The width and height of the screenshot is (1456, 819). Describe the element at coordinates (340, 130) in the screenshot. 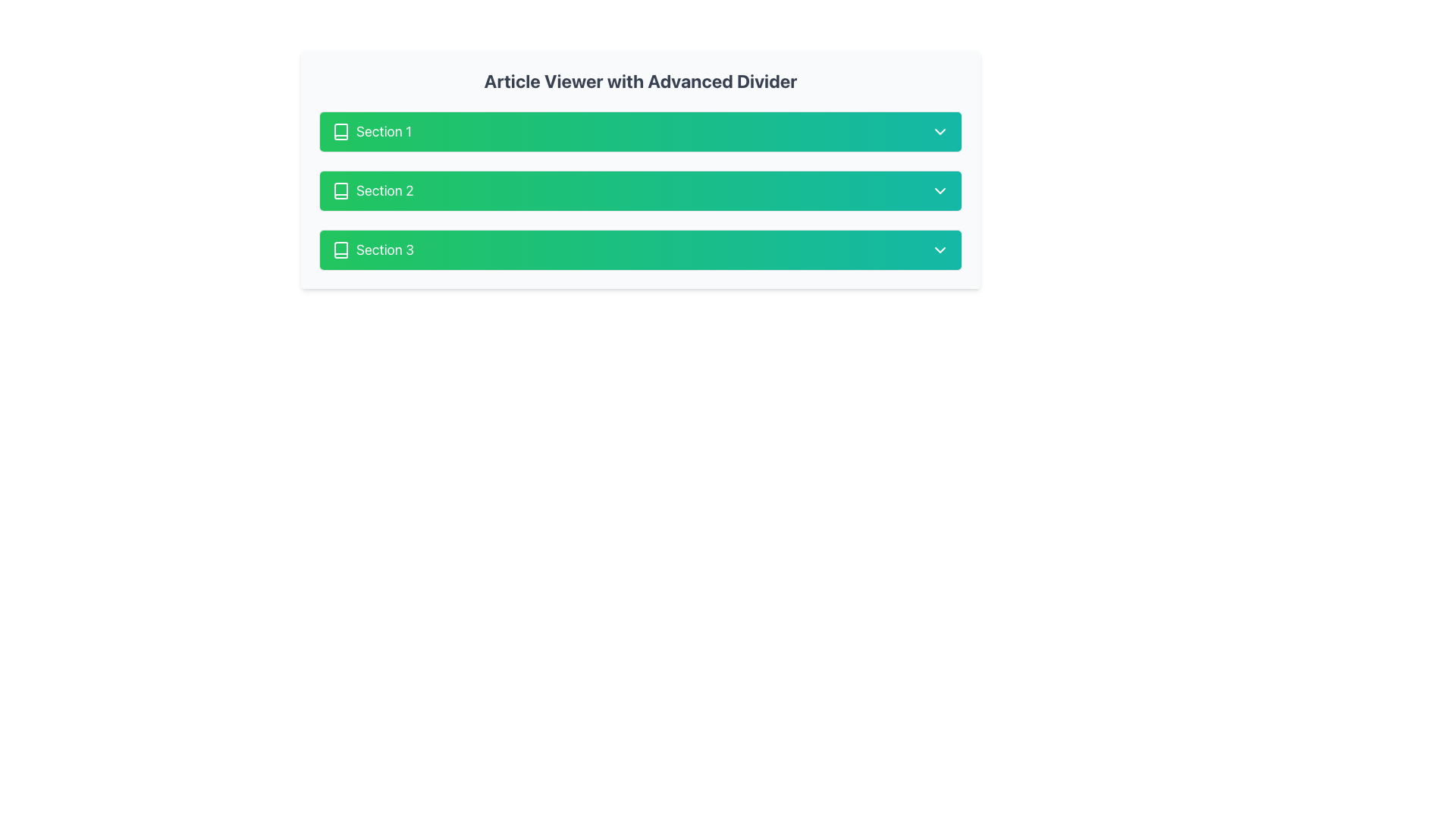

I see `the first book icon located at the leftmost side of the 'Section 1' row, which serves as a graphical representation of reading material` at that location.